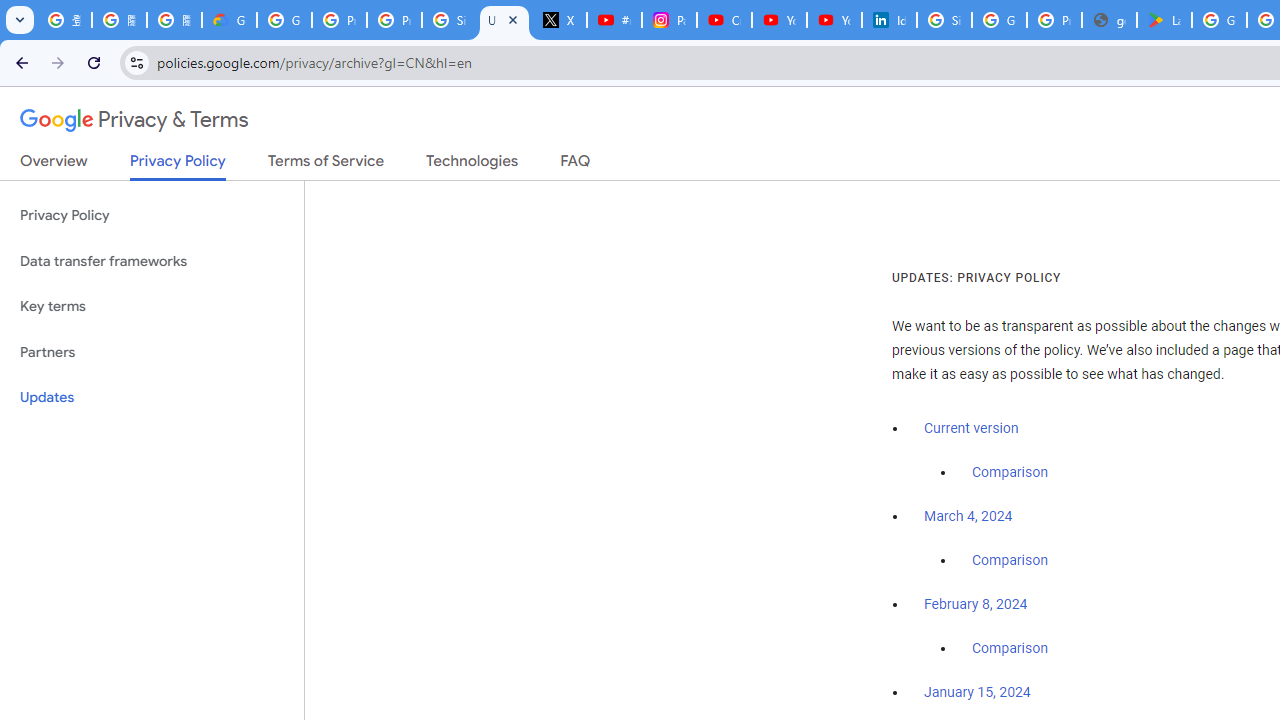 This screenshot has height=720, width=1280. Describe the element at coordinates (976, 604) in the screenshot. I see `'February 8, 2024'` at that location.